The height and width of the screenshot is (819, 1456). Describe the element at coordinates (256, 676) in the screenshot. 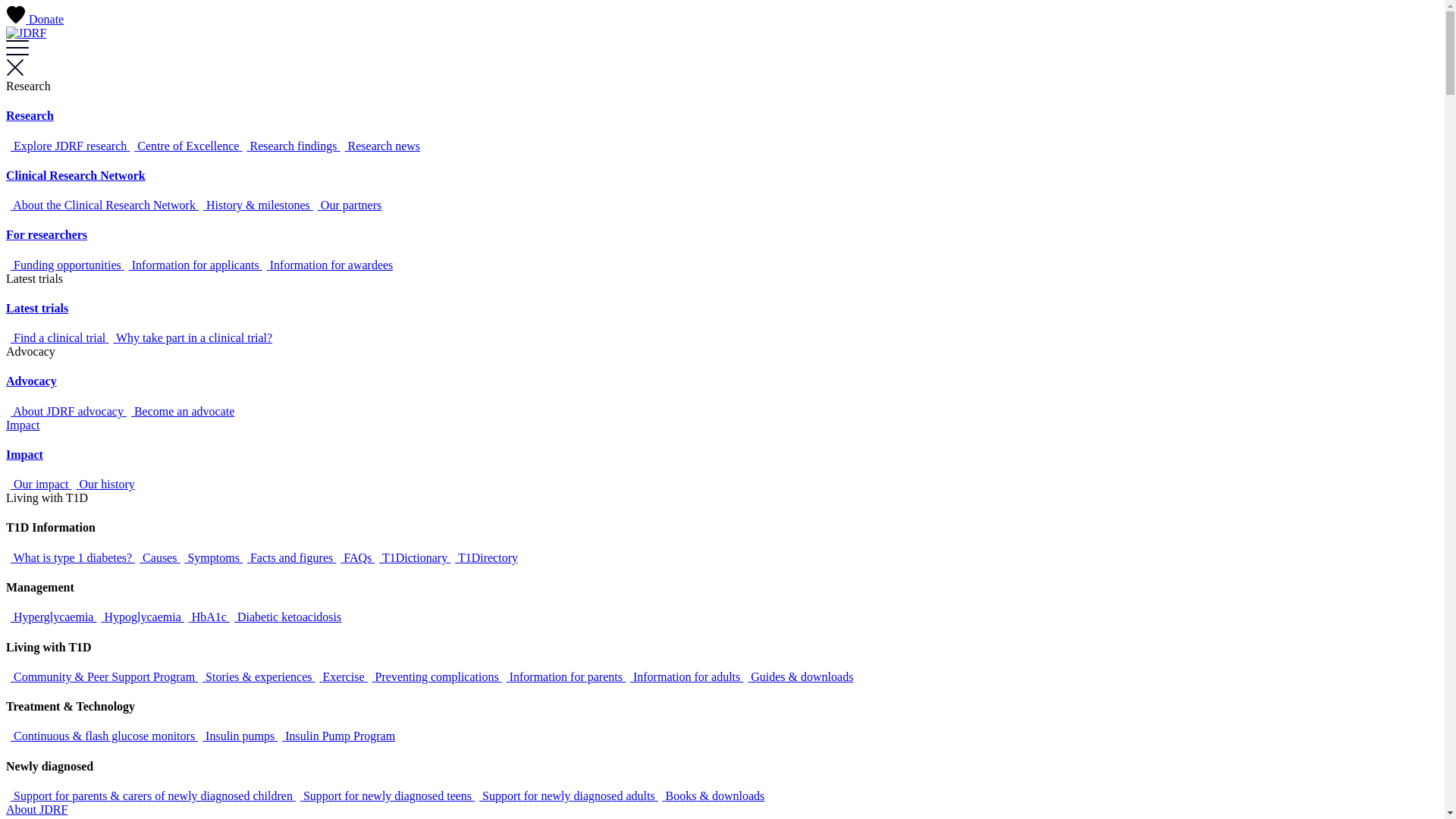

I see `'Stories & experiences'` at that location.